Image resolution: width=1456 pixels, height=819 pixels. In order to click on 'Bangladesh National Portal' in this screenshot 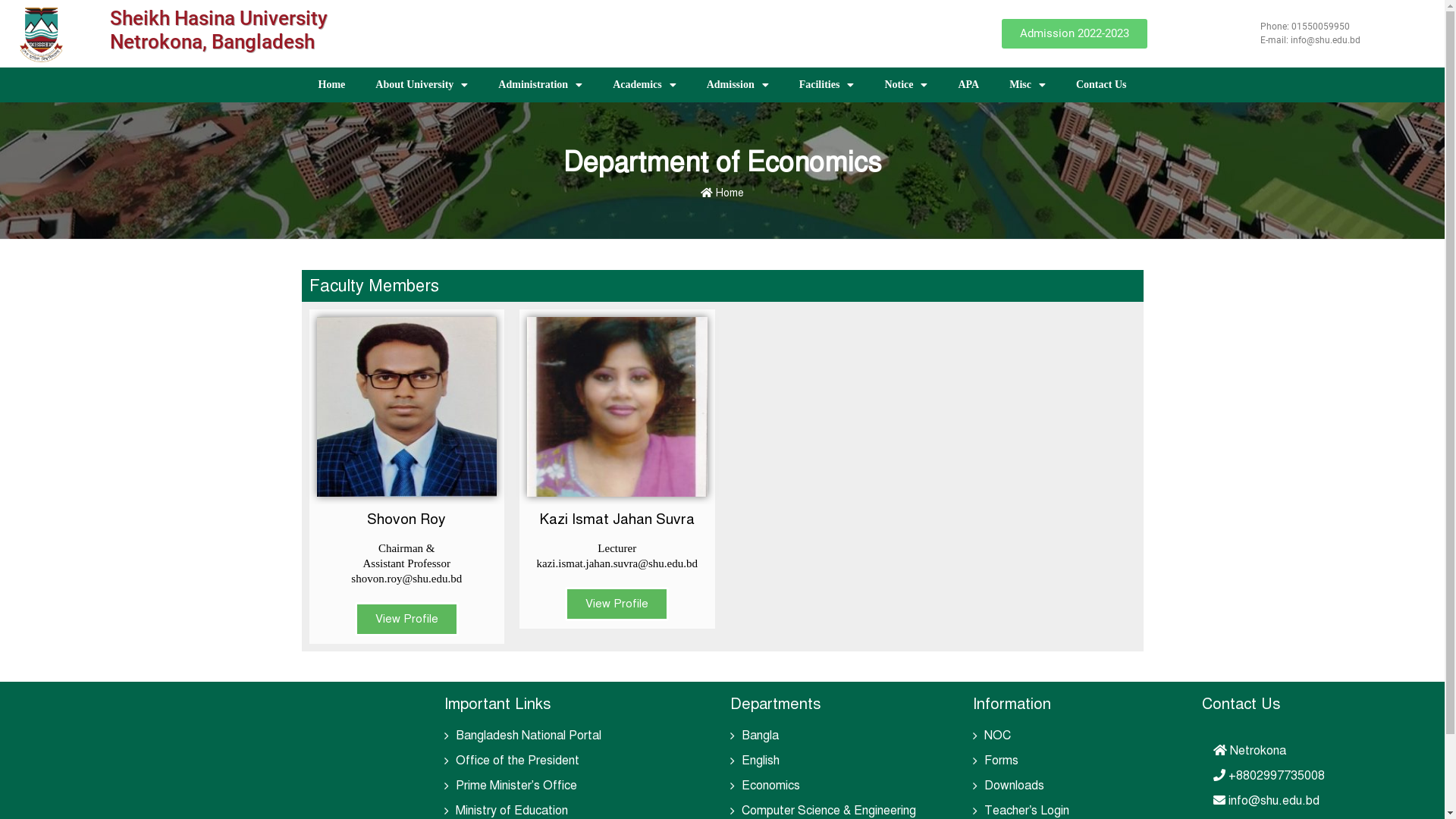, I will do `click(528, 734)`.